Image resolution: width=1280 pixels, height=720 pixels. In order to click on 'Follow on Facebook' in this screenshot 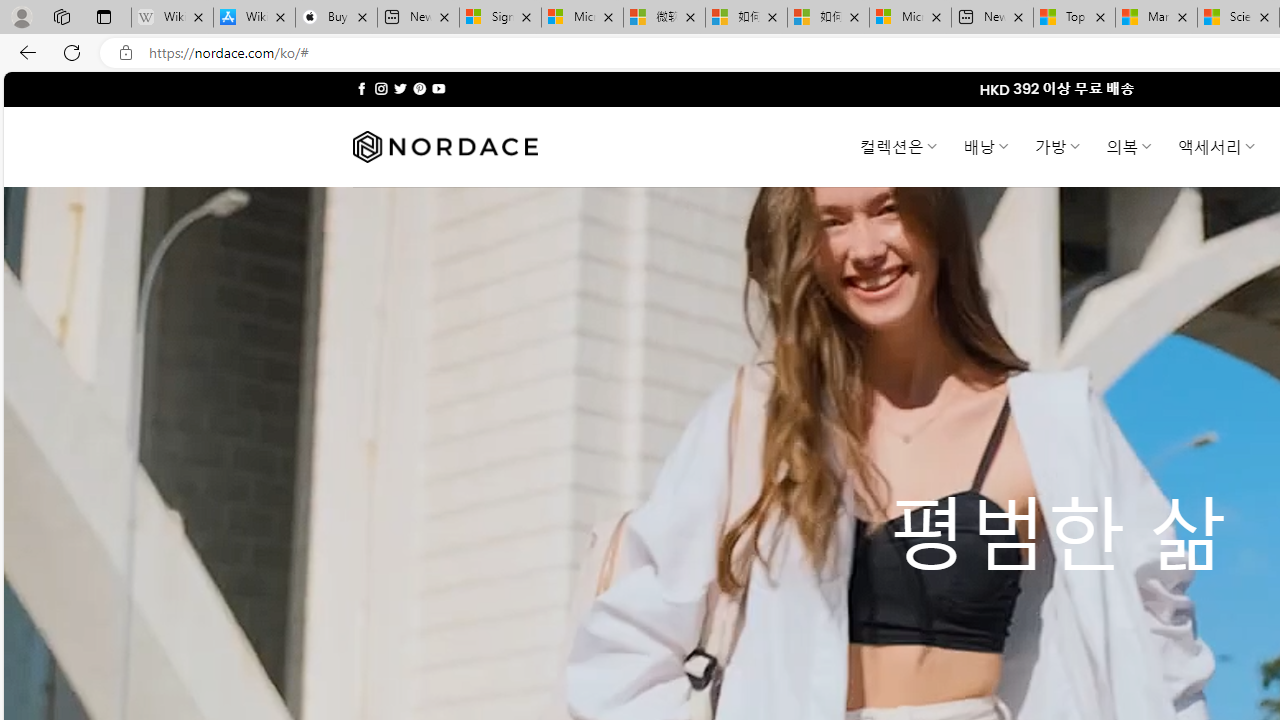, I will do `click(362, 88)`.